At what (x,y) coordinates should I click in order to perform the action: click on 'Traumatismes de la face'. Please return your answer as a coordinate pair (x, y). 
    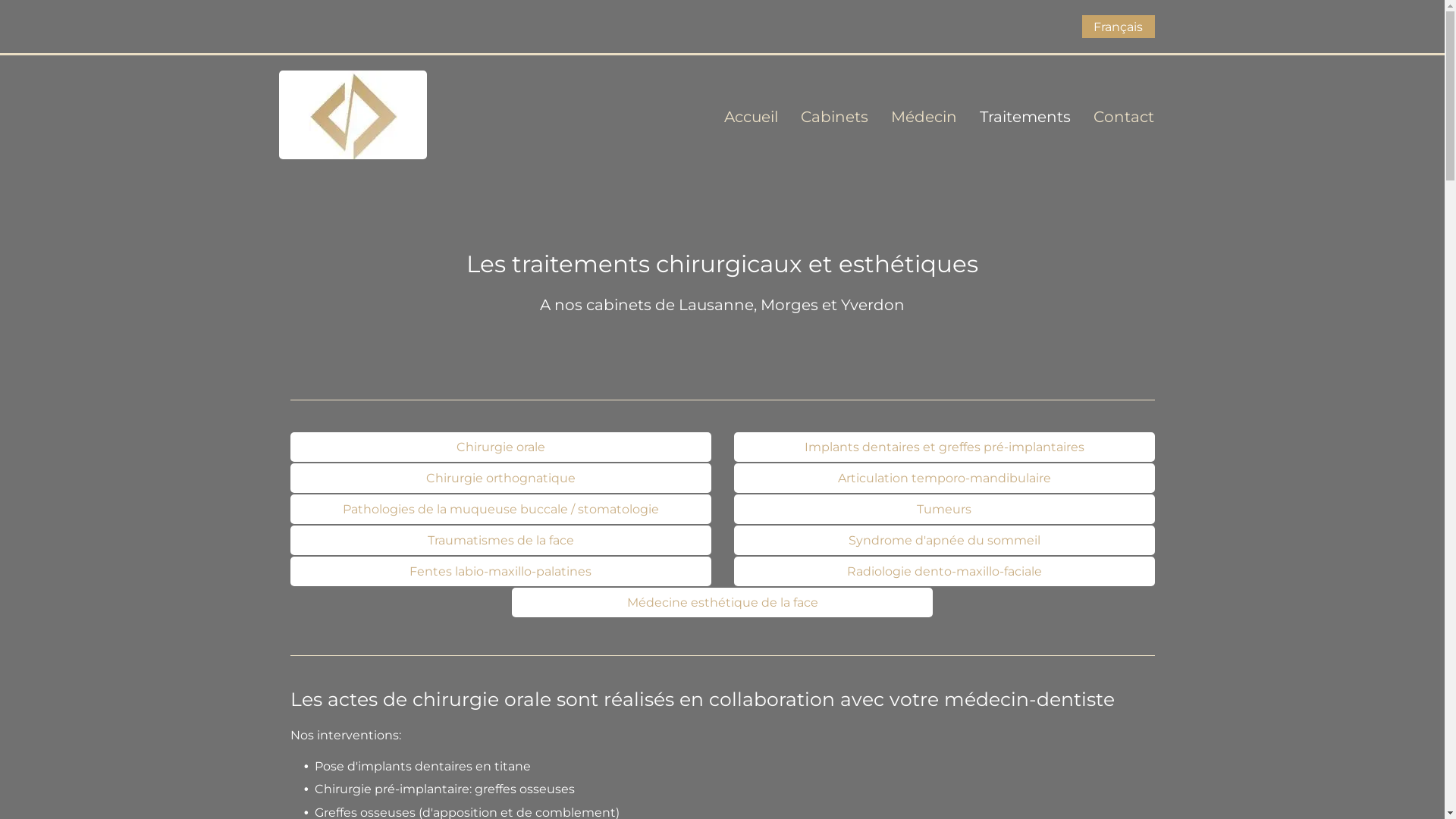
    Looking at the image, I should click on (500, 539).